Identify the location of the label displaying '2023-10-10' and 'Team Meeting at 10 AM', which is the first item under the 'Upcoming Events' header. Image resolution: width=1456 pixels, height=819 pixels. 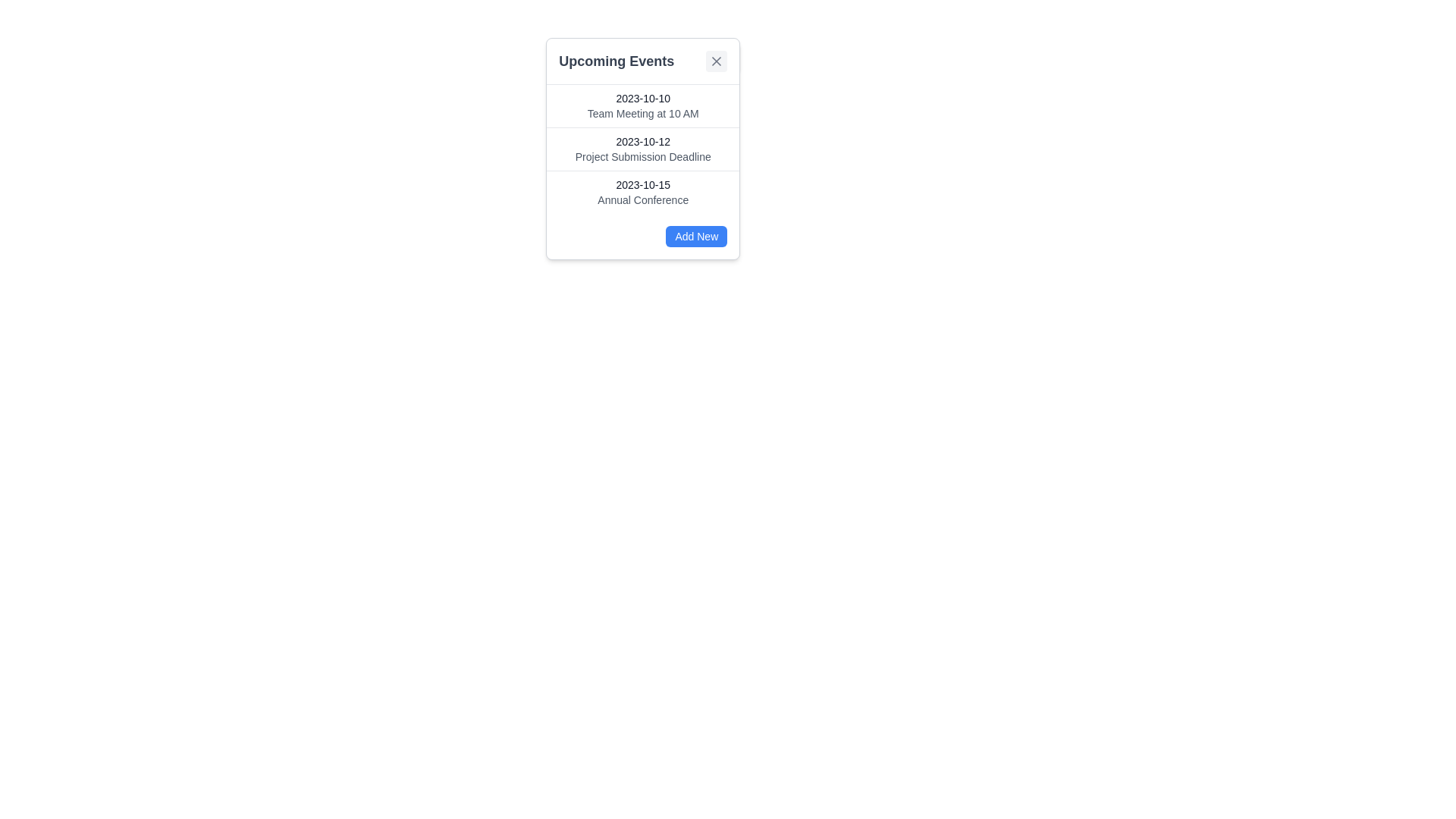
(643, 105).